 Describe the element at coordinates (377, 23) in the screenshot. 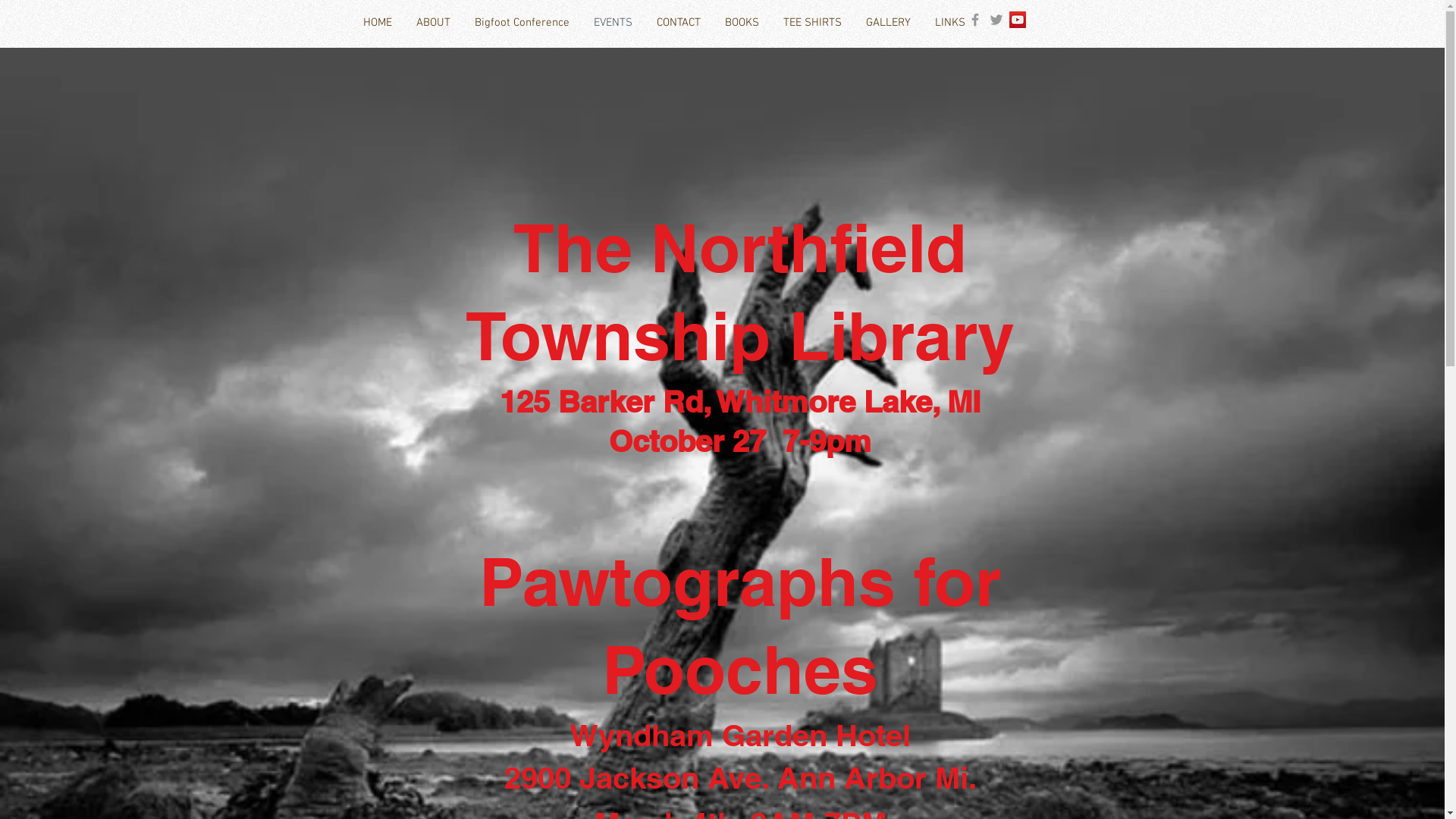

I see `'HOME'` at that location.